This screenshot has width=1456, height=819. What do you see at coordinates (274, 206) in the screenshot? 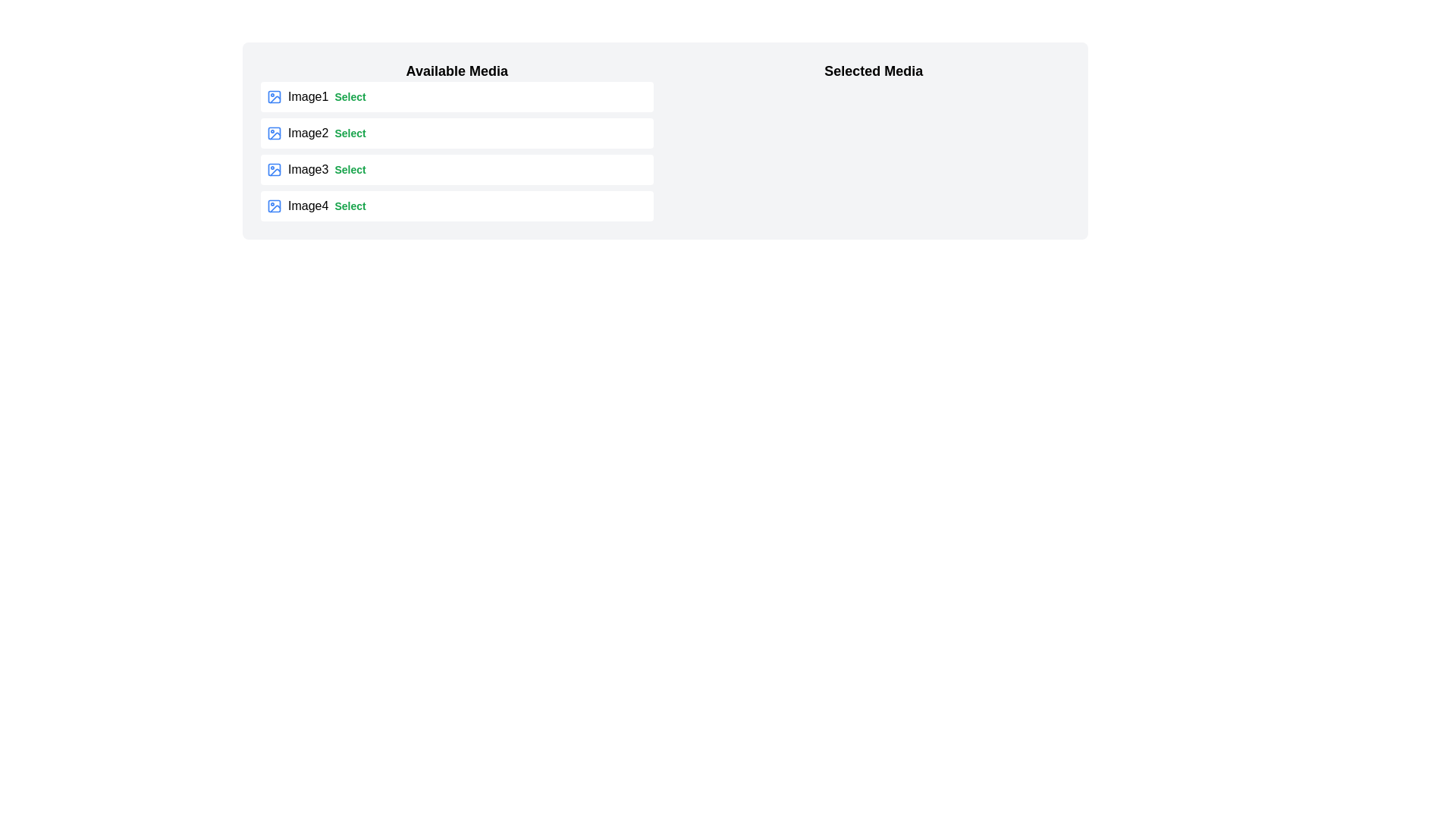
I see `the first SVG Shape element, which is a rounded rectangle located in the fourth row of the media list under 'Available Media'` at bounding box center [274, 206].